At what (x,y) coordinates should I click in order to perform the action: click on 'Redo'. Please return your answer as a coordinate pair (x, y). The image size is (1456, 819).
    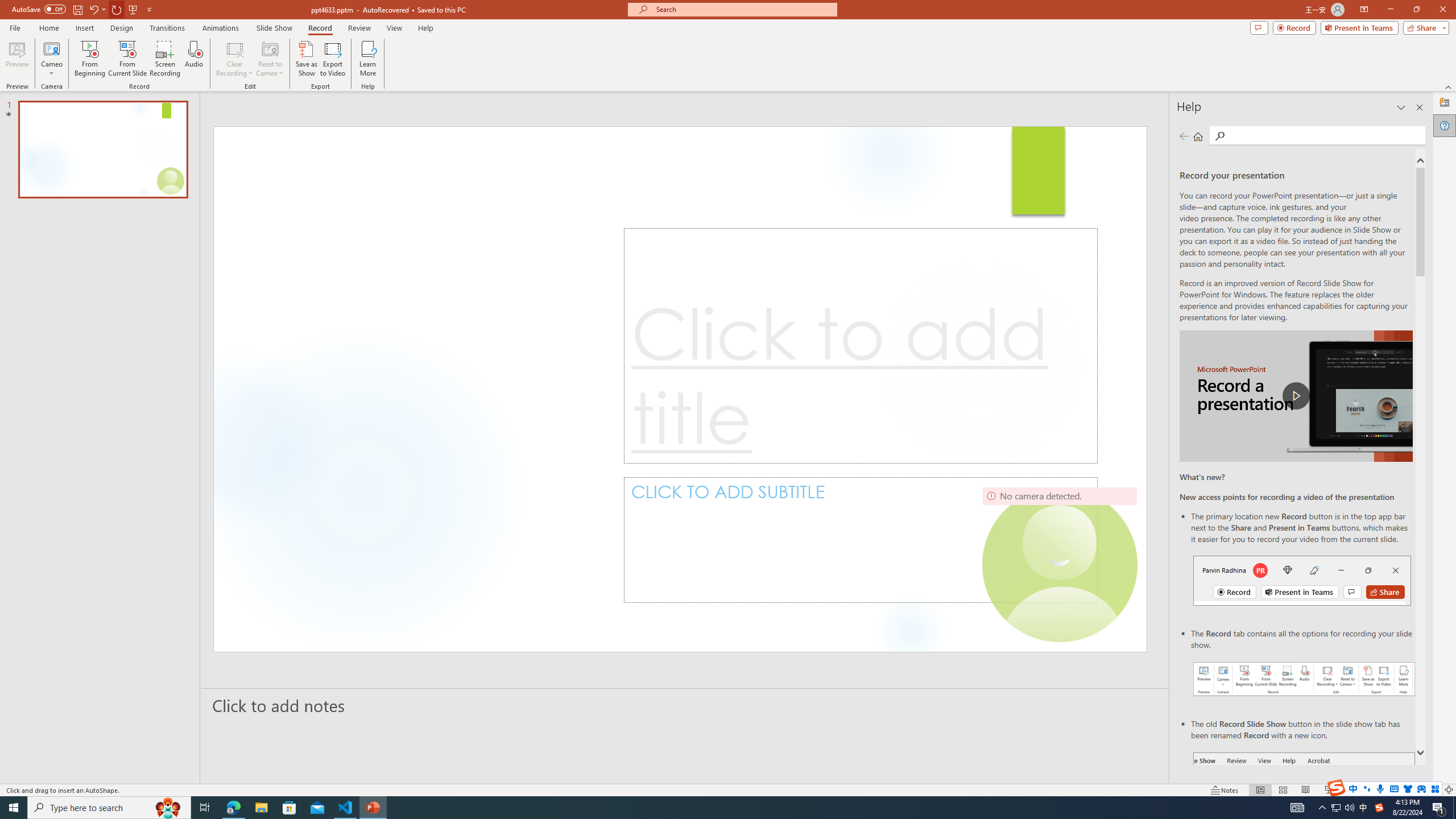
    Looking at the image, I should click on (117, 9).